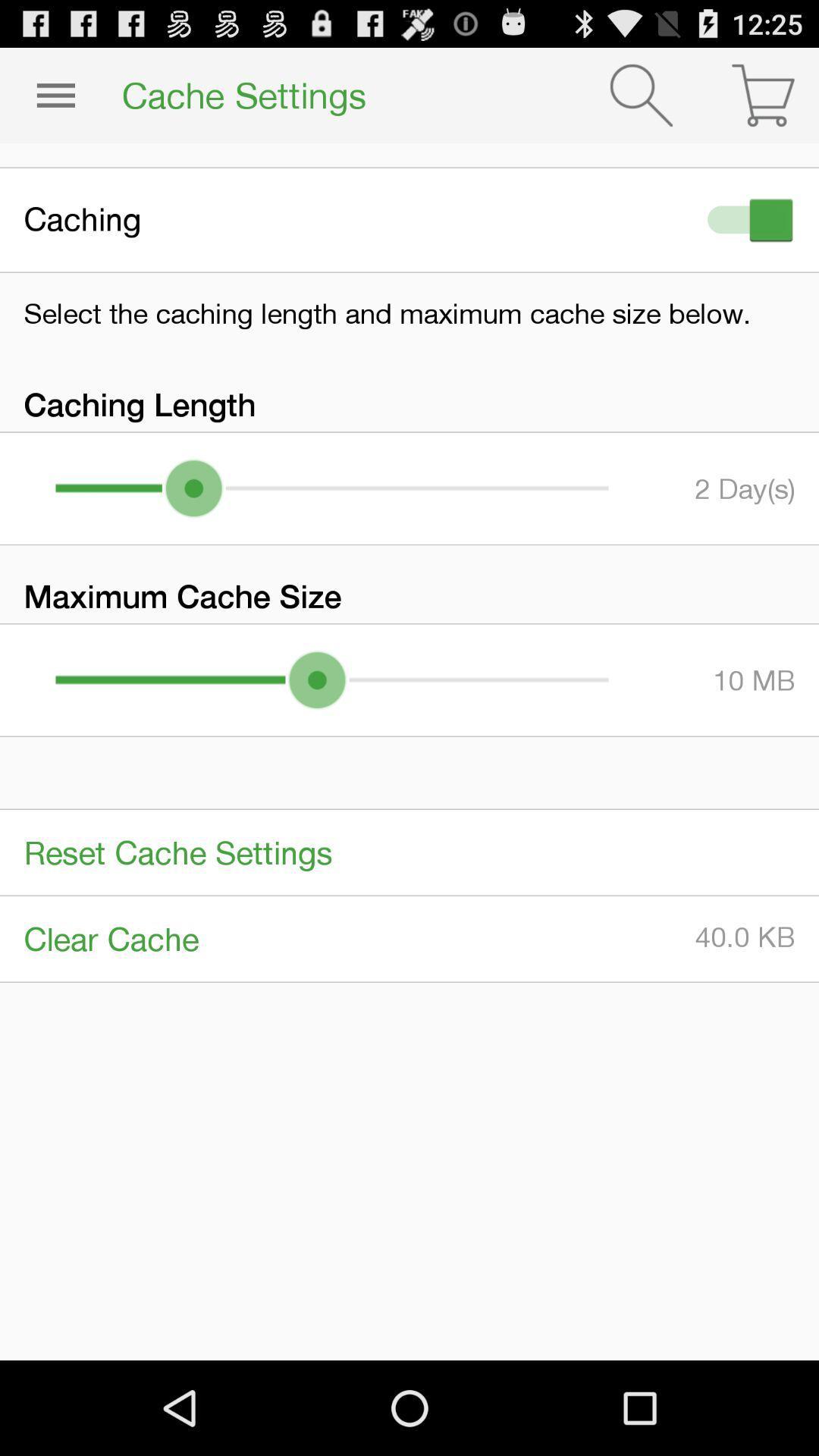 This screenshot has height=1456, width=819. Describe the element at coordinates (746, 219) in the screenshot. I see `a slide bar from left to right to allow caching` at that location.